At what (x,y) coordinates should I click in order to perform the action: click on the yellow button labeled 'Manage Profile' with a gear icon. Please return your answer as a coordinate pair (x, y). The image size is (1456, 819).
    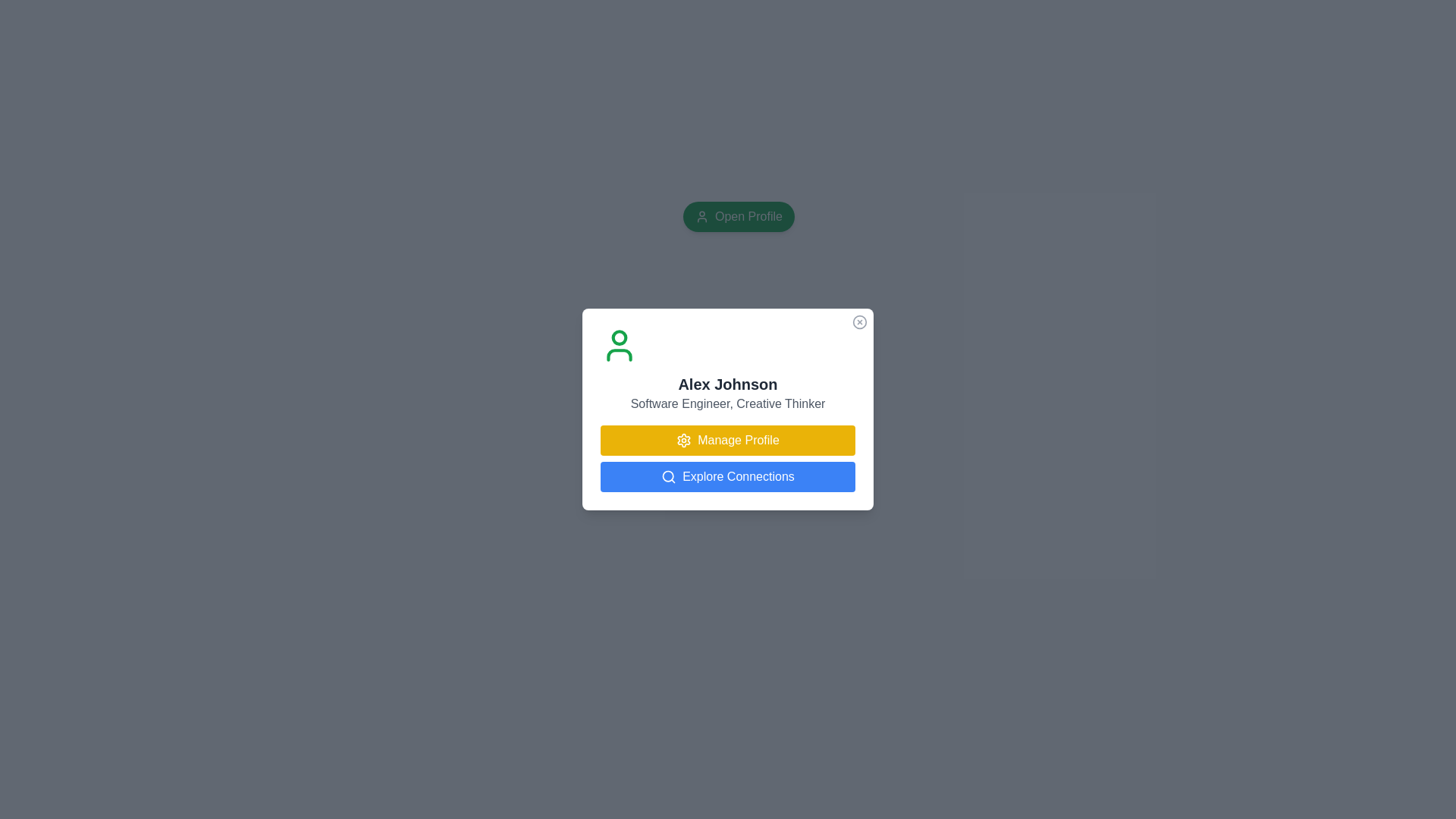
    Looking at the image, I should click on (728, 441).